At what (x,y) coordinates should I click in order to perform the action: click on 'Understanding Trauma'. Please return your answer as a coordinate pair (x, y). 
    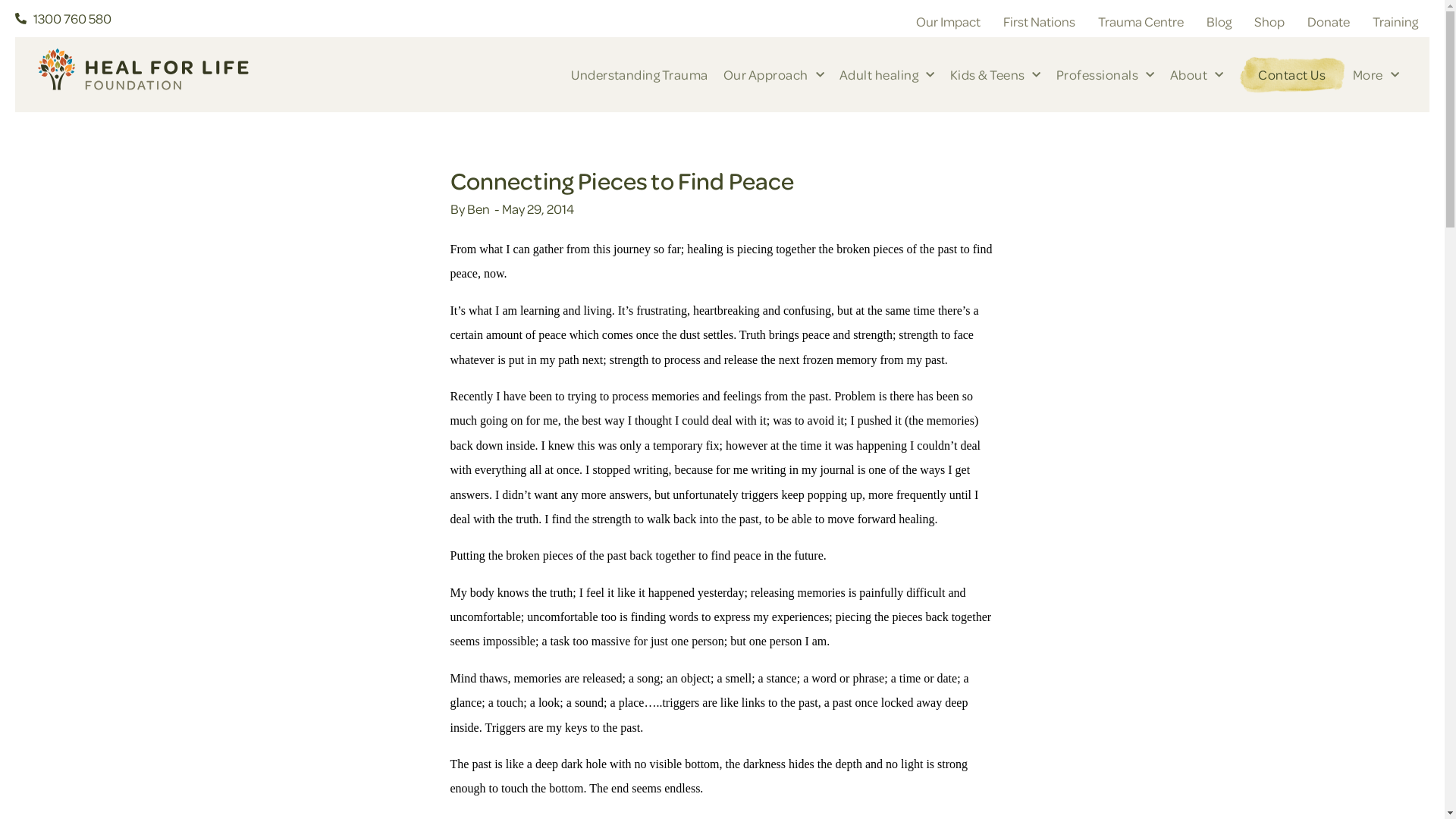
    Looking at the image, I should click on (639, 75).